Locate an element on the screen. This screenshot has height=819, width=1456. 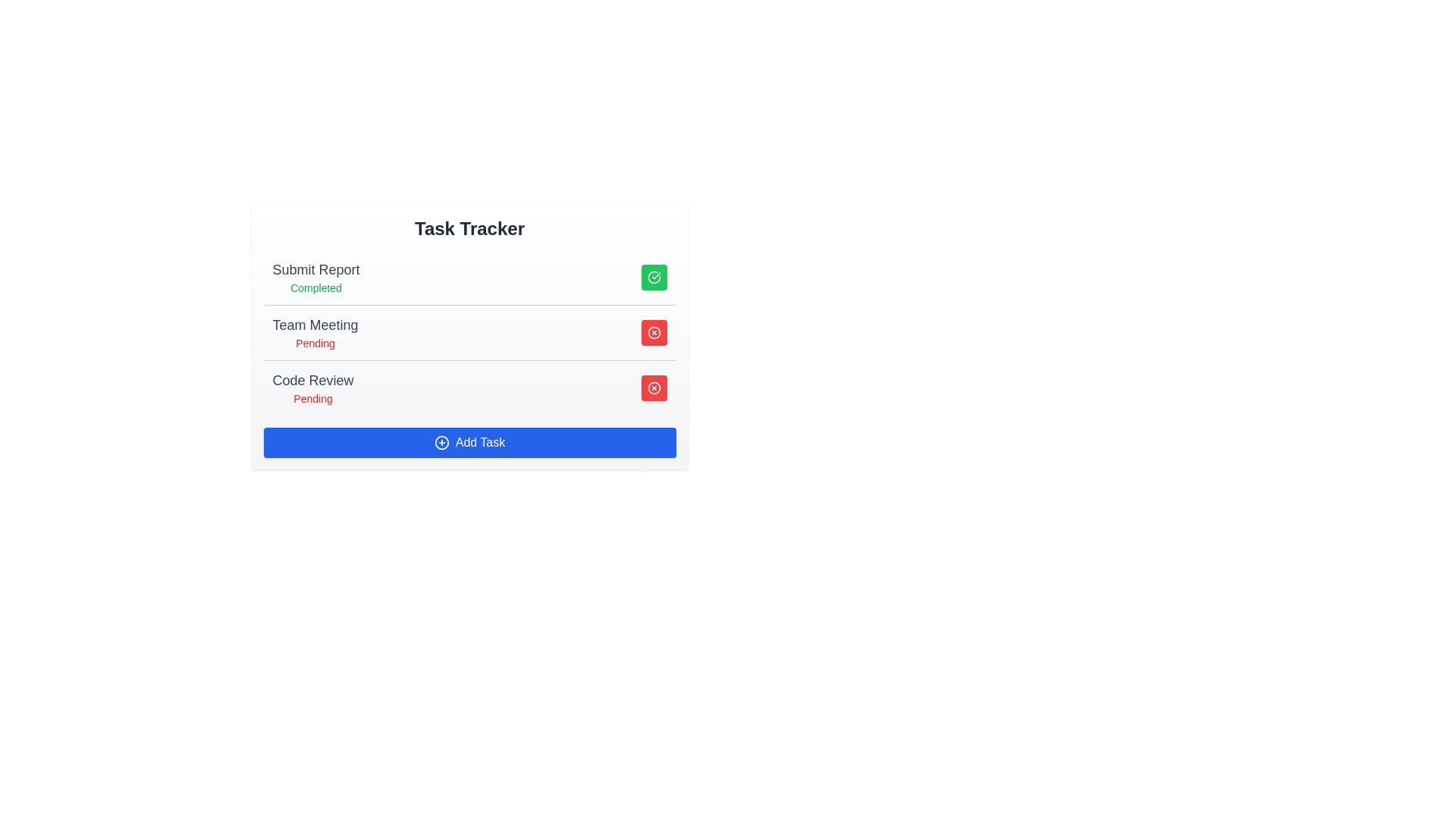
the interactive green button is located at coordinates (654, 278).